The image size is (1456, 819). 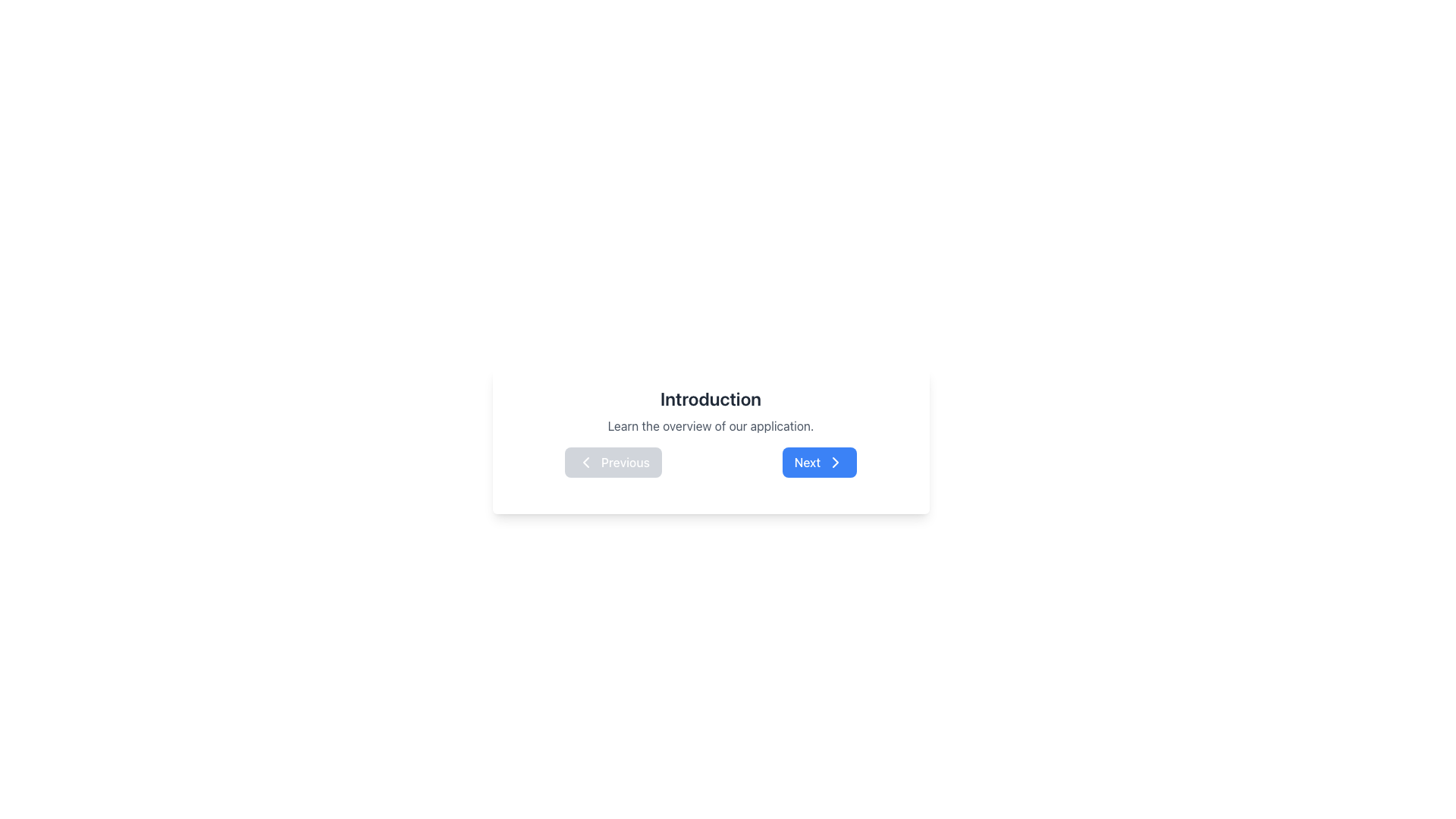 I want to click on the 'Previous' button with a left-pointing chevron icon and the text 'Previous', so click(x=613, y=461).